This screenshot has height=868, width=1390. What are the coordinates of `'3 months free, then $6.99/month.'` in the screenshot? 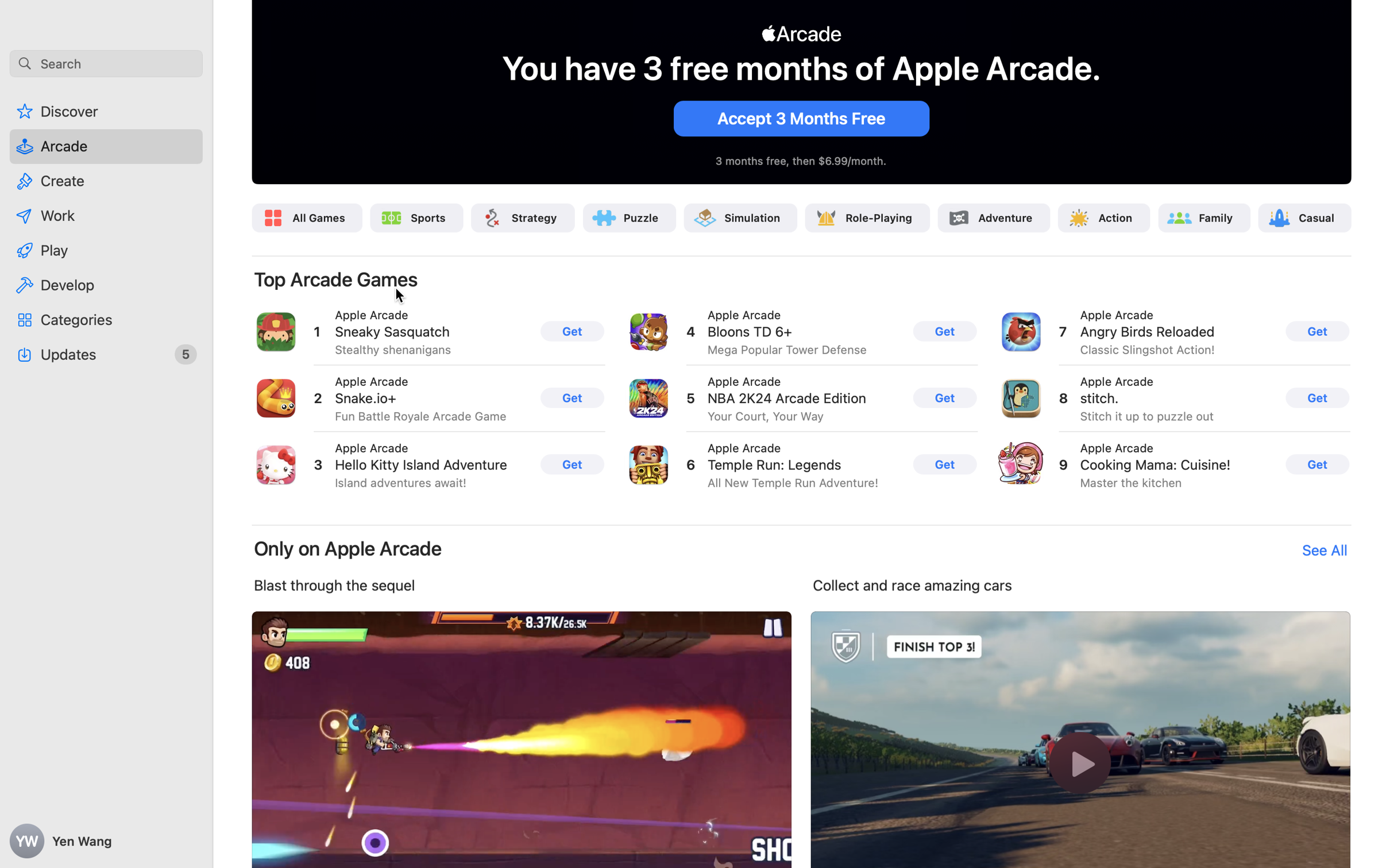 It's located at (801, 161).